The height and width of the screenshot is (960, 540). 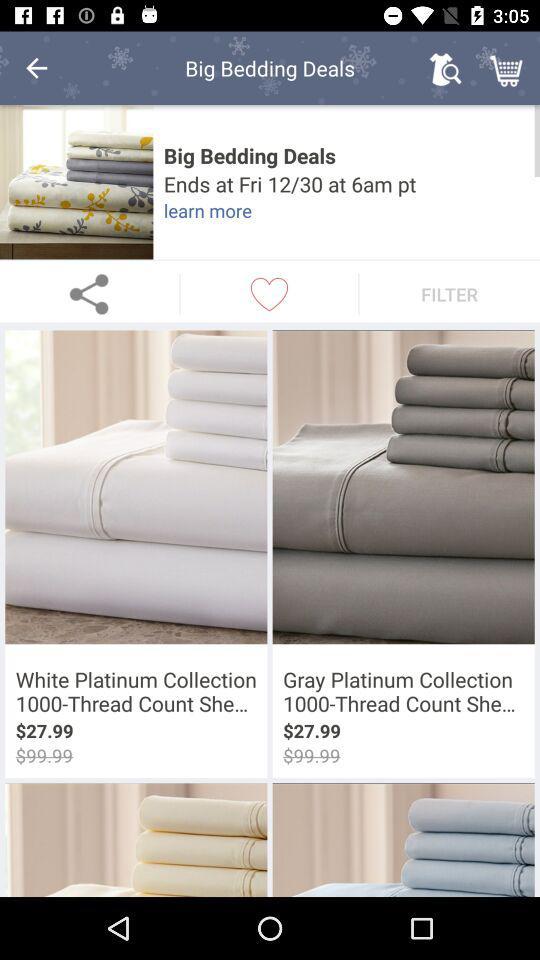 What do you see at coordinates (75, 182) in the screenshot?
I see `advertised image screen` at bounding box center [75, 182].